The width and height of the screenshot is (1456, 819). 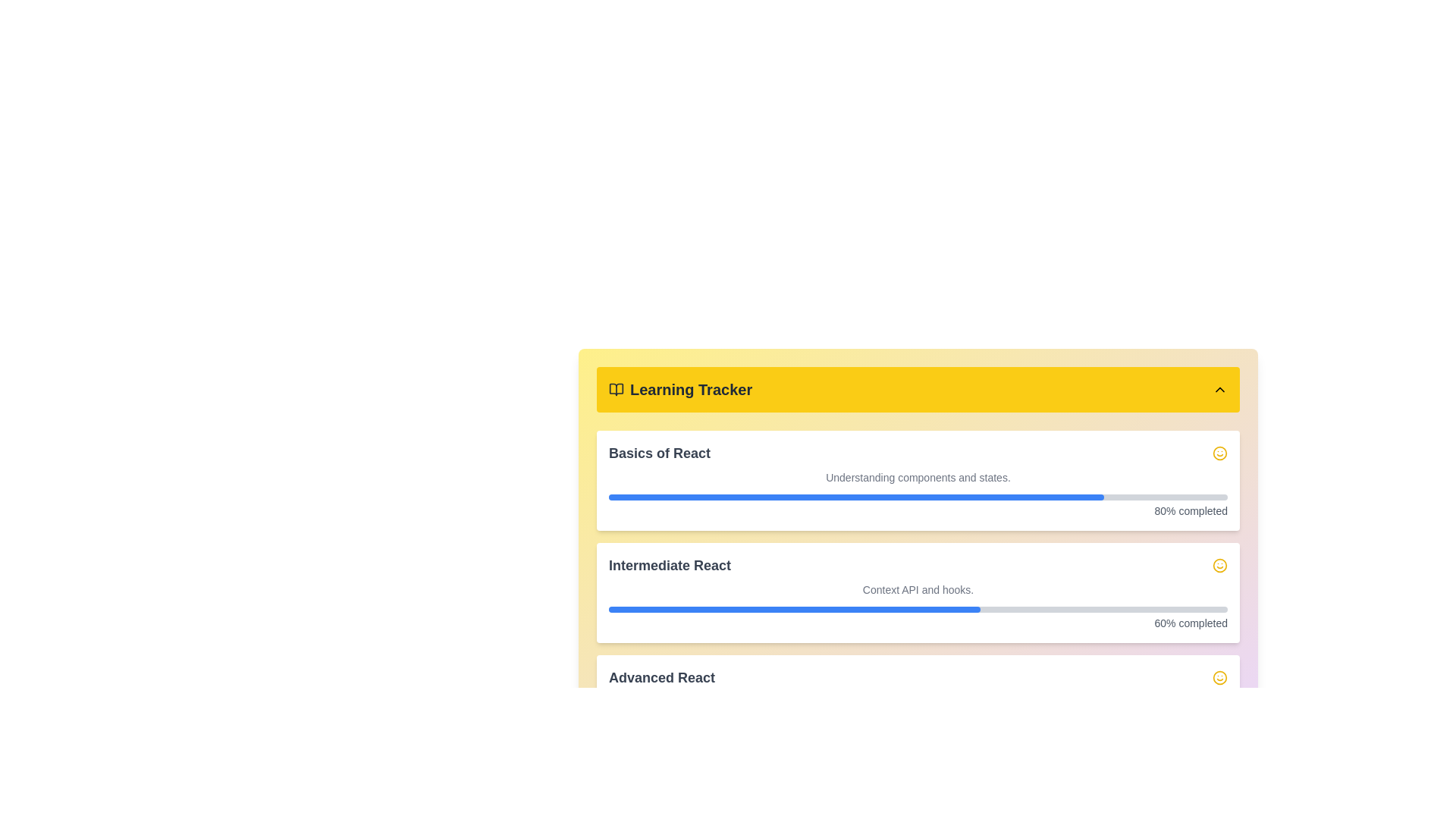 What do you see at coordinates (1219, 677) in the screenshot?
I see `the positivity or satisfaction indicator icon located to the right of the 'Advanced React' title text` at bounding box center [1219, 677].